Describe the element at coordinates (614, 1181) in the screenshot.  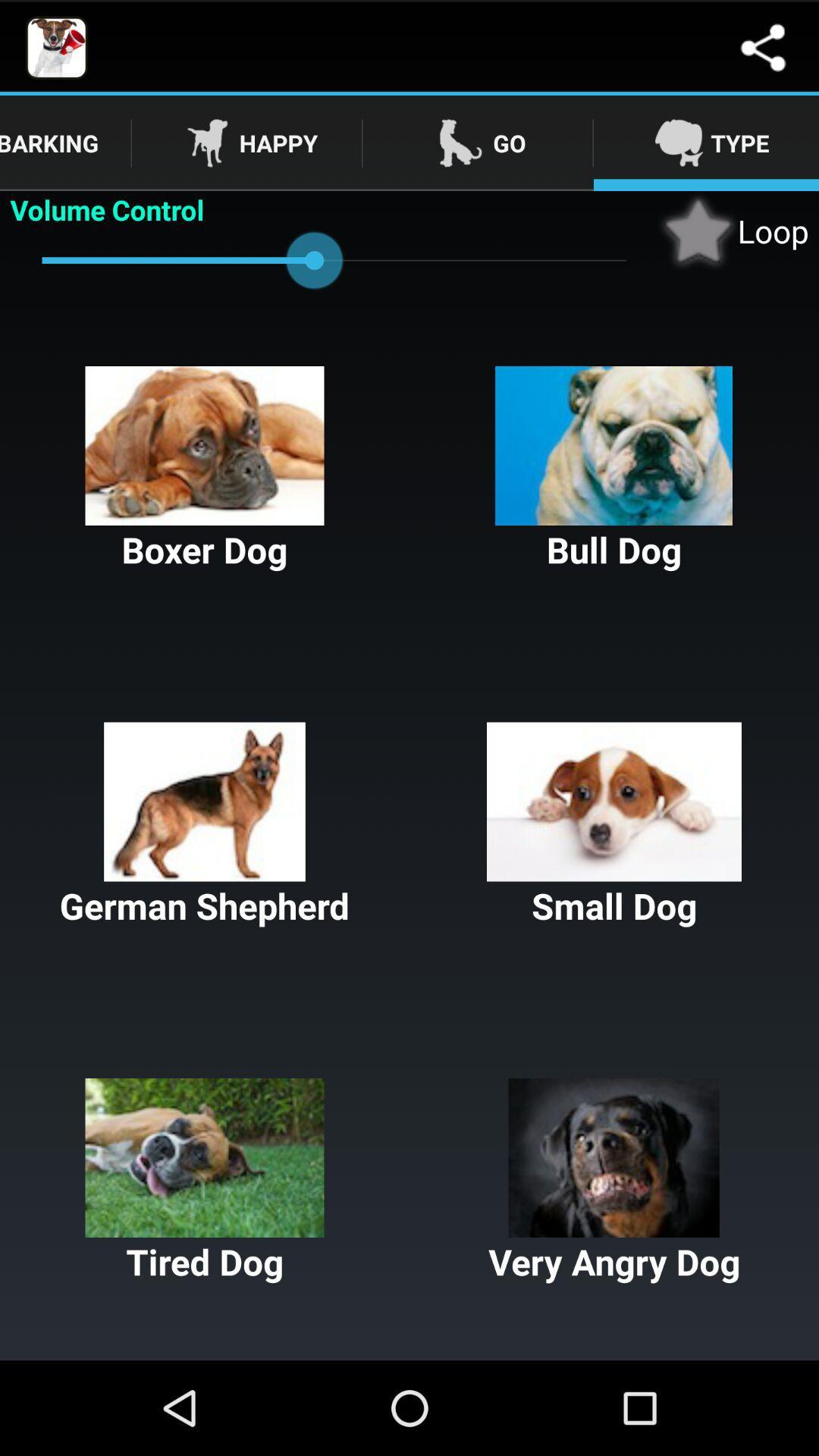
I see `button to the right of the tired dog` at that location.